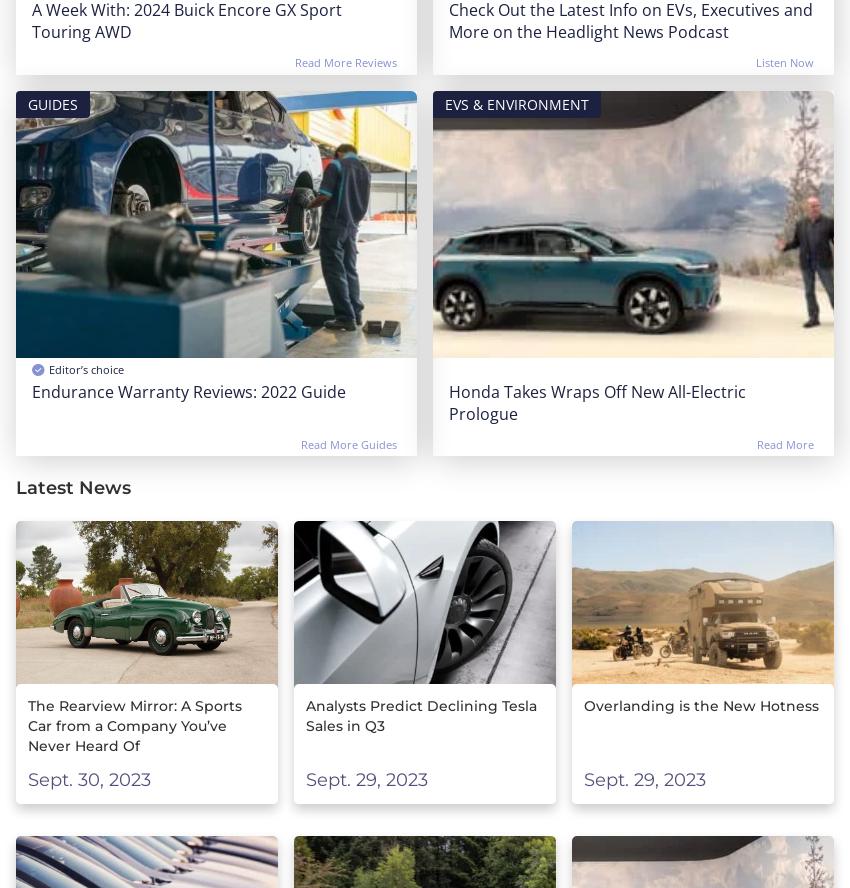 The image size is (850, 888). Describe the element at coordinates (784, 442) in the screenshot. I see `'Read More'` at that location.